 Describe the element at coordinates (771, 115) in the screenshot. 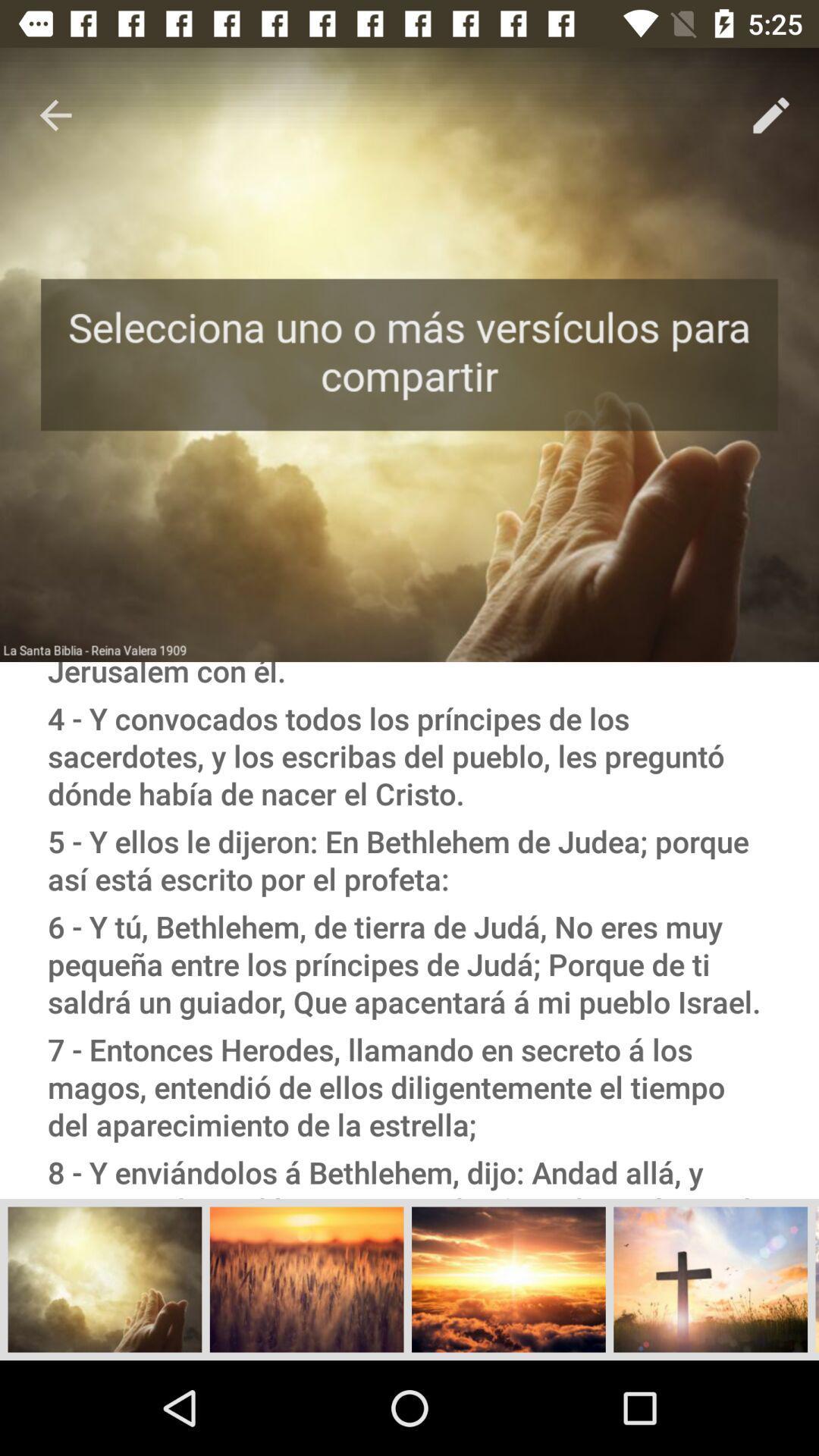

I see `the pencil icon below 525` at that location.